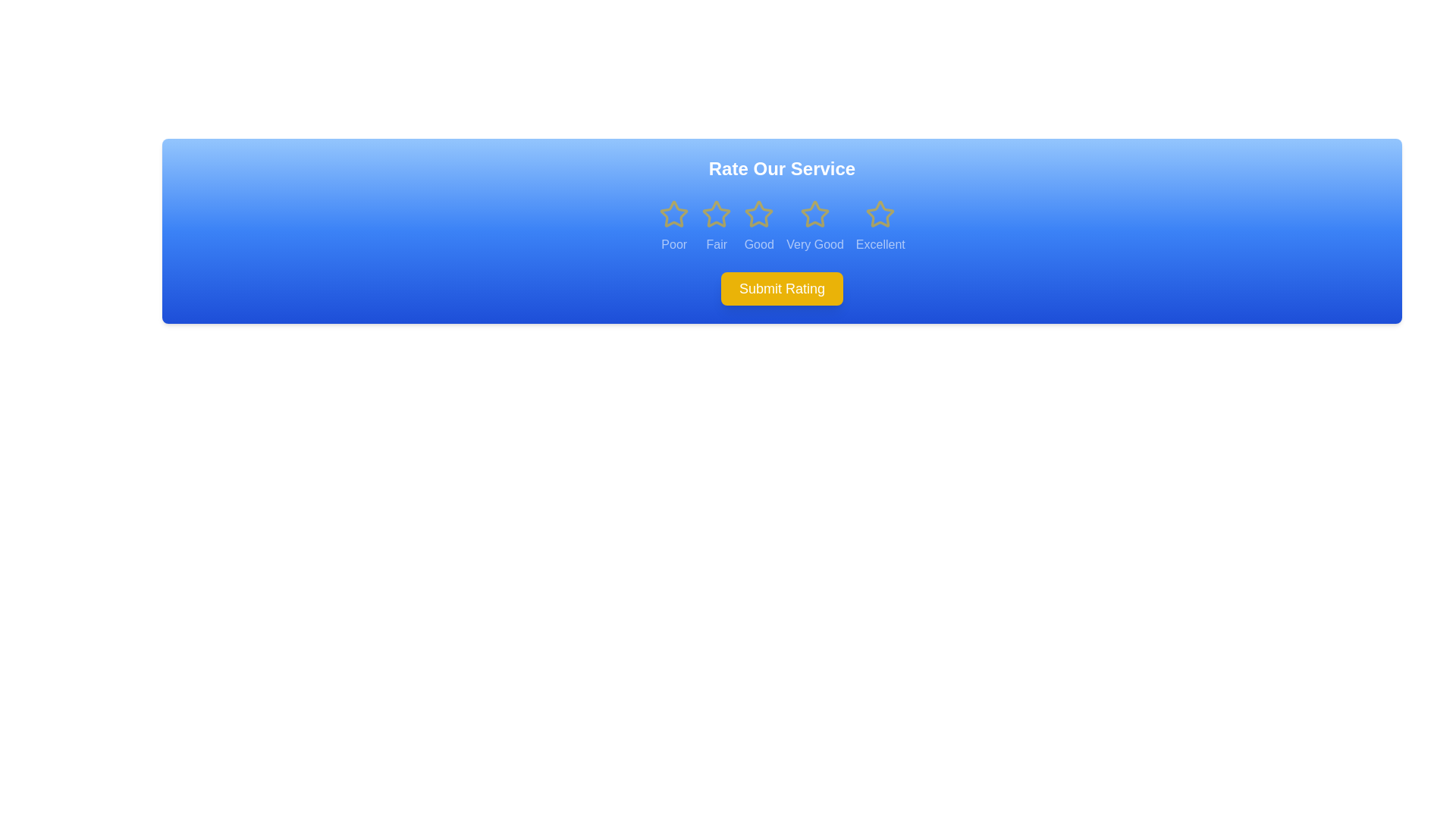  I want to click on the 'Very Good' rating option in the Rating Selector, so click(814, 227).